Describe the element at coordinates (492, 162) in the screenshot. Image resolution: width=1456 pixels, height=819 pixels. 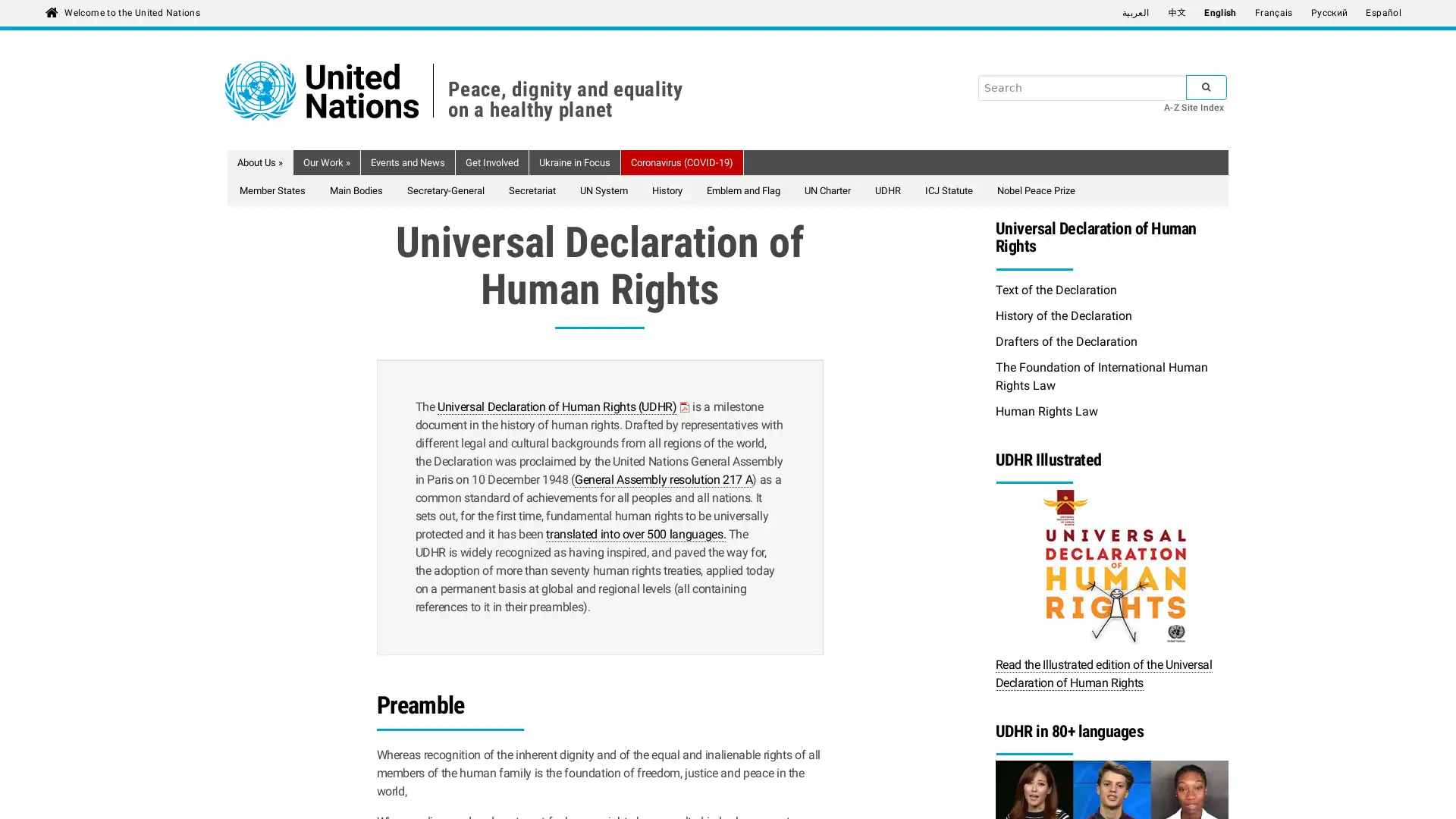
I see `Get Involved` at that location.